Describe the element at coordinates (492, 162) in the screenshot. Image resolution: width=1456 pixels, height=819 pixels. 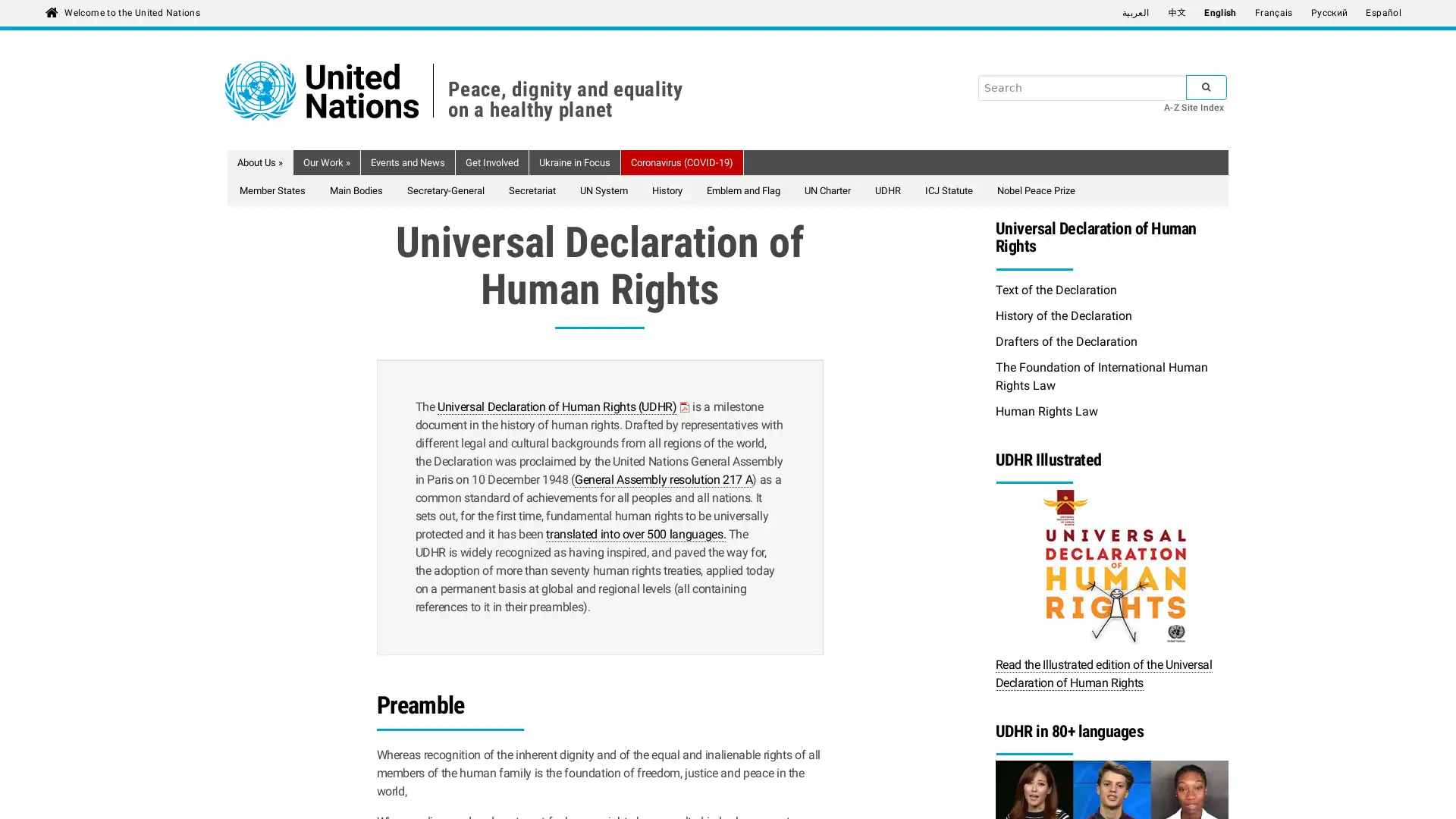
I see `Get Involved` at that location.